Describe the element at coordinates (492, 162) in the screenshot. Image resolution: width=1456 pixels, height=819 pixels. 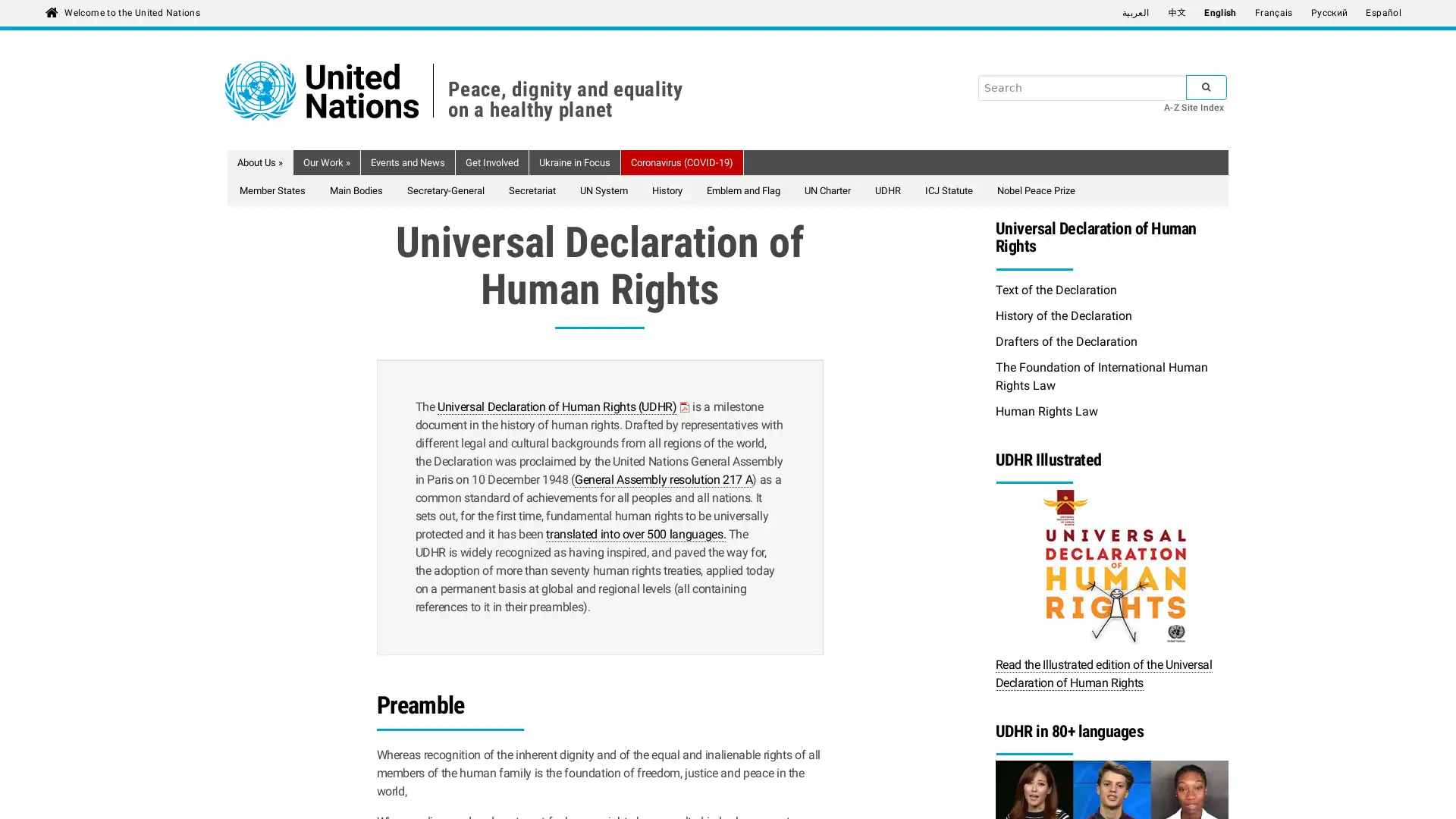
I see `Get Involved` at that location.